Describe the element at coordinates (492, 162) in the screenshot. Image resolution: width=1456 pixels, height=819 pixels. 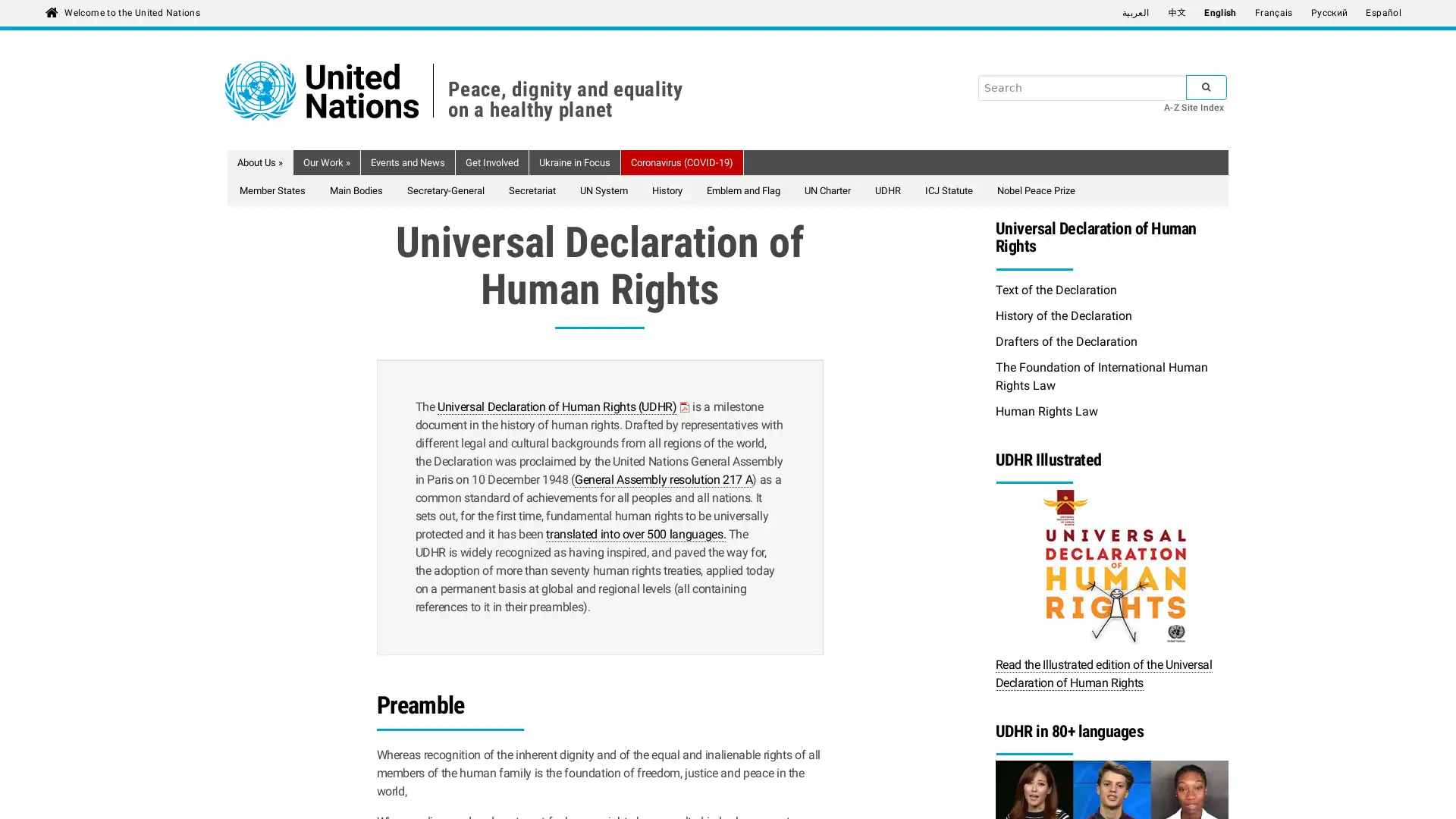
I see `Get Involved` at that location.